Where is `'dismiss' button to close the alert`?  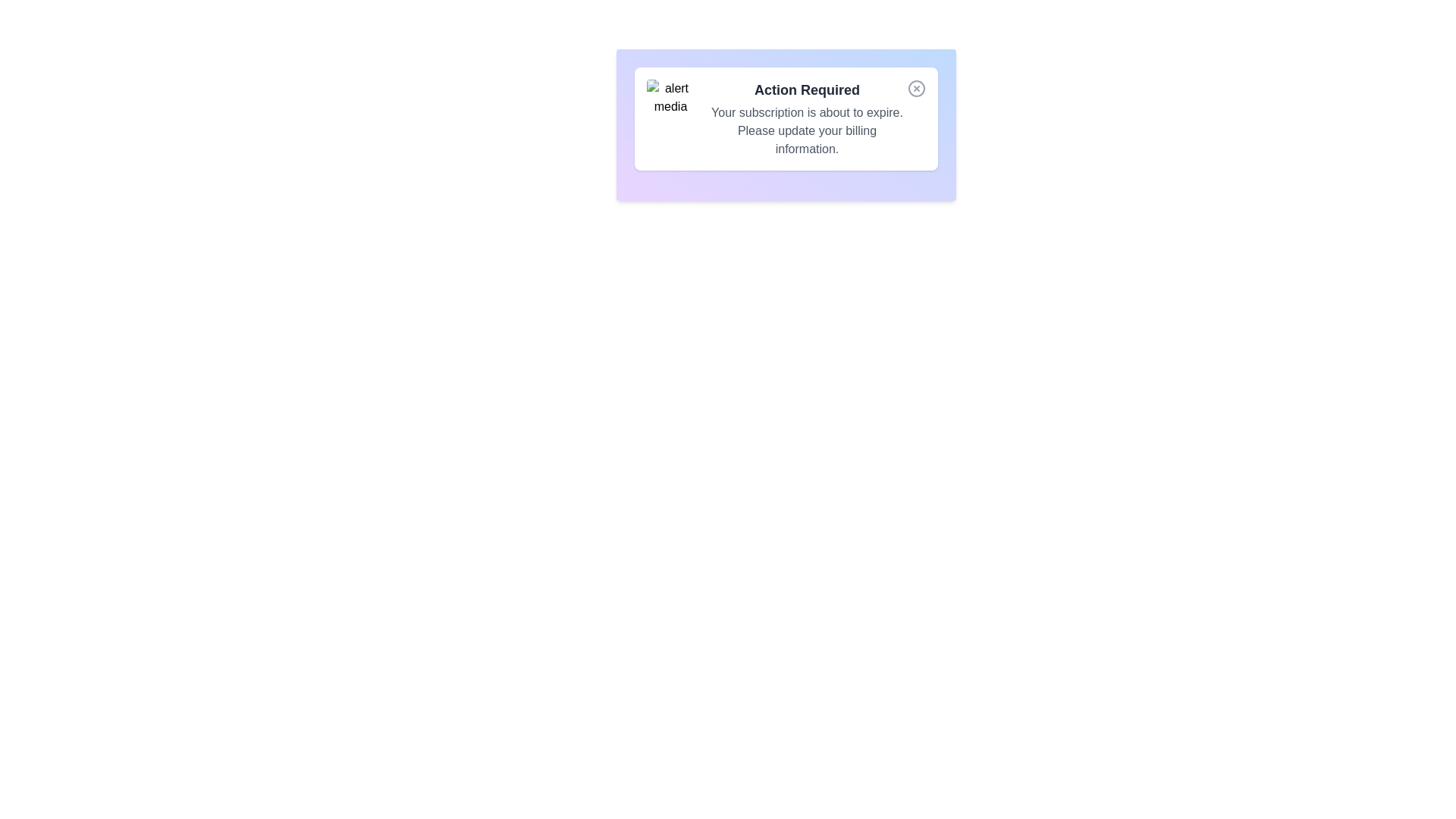
'dismiss' button to close the alert is located at coordinates (915, 88).